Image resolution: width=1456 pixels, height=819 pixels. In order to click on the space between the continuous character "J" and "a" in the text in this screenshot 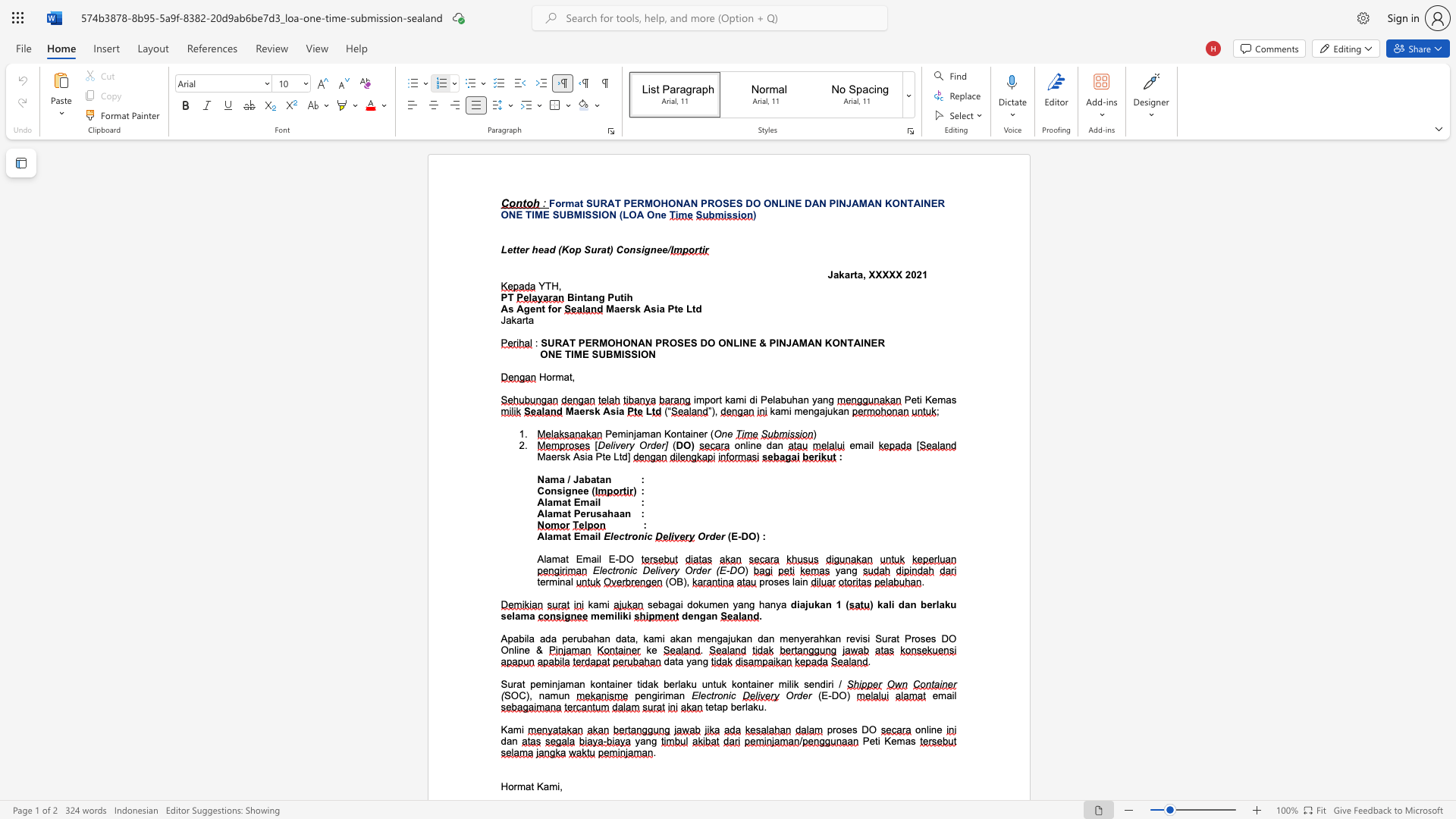, I will do `click(578, 479)`.